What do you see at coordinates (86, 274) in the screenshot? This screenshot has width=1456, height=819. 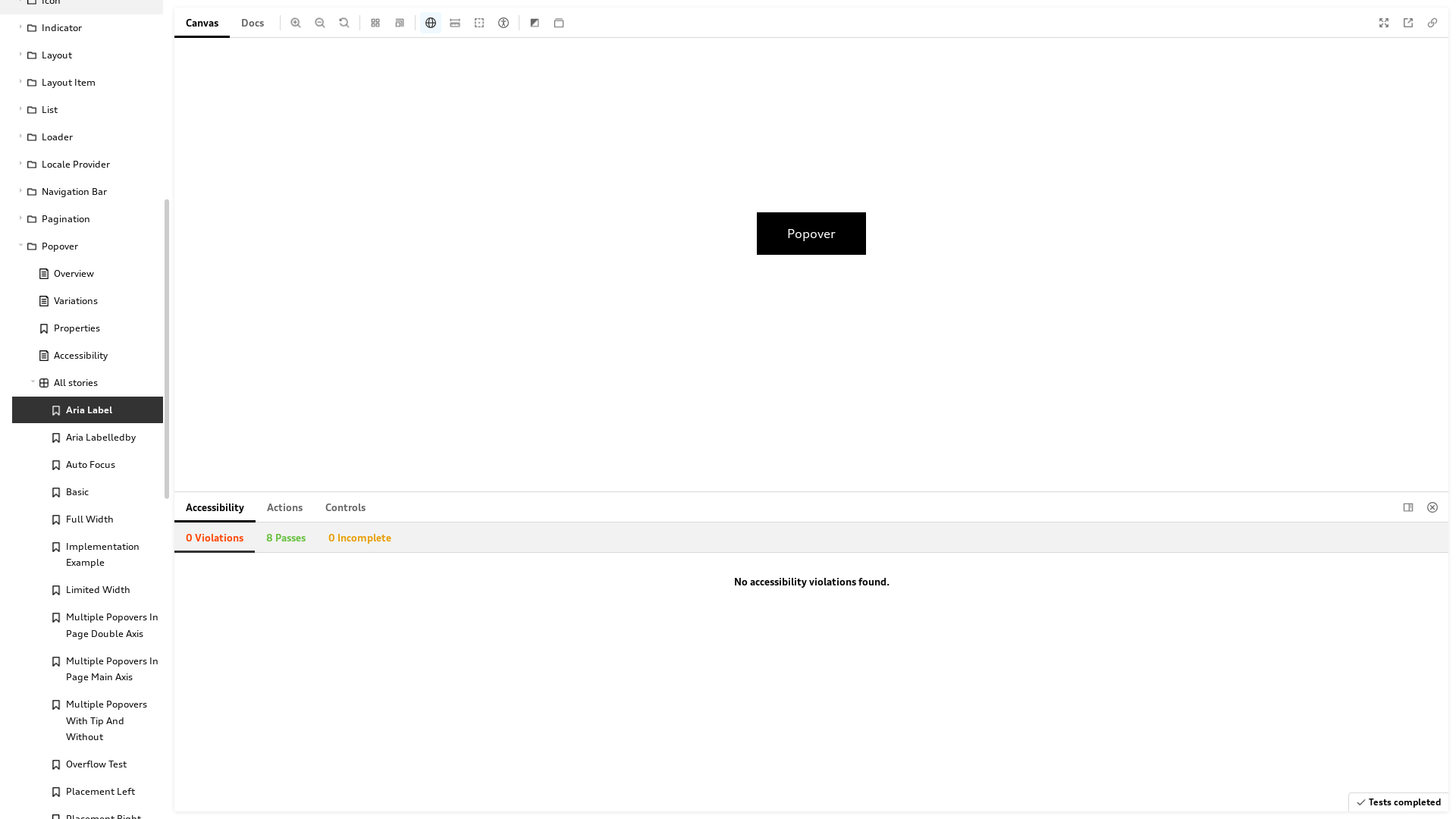 I see `'Overview'` at bounding box center [86, 274].